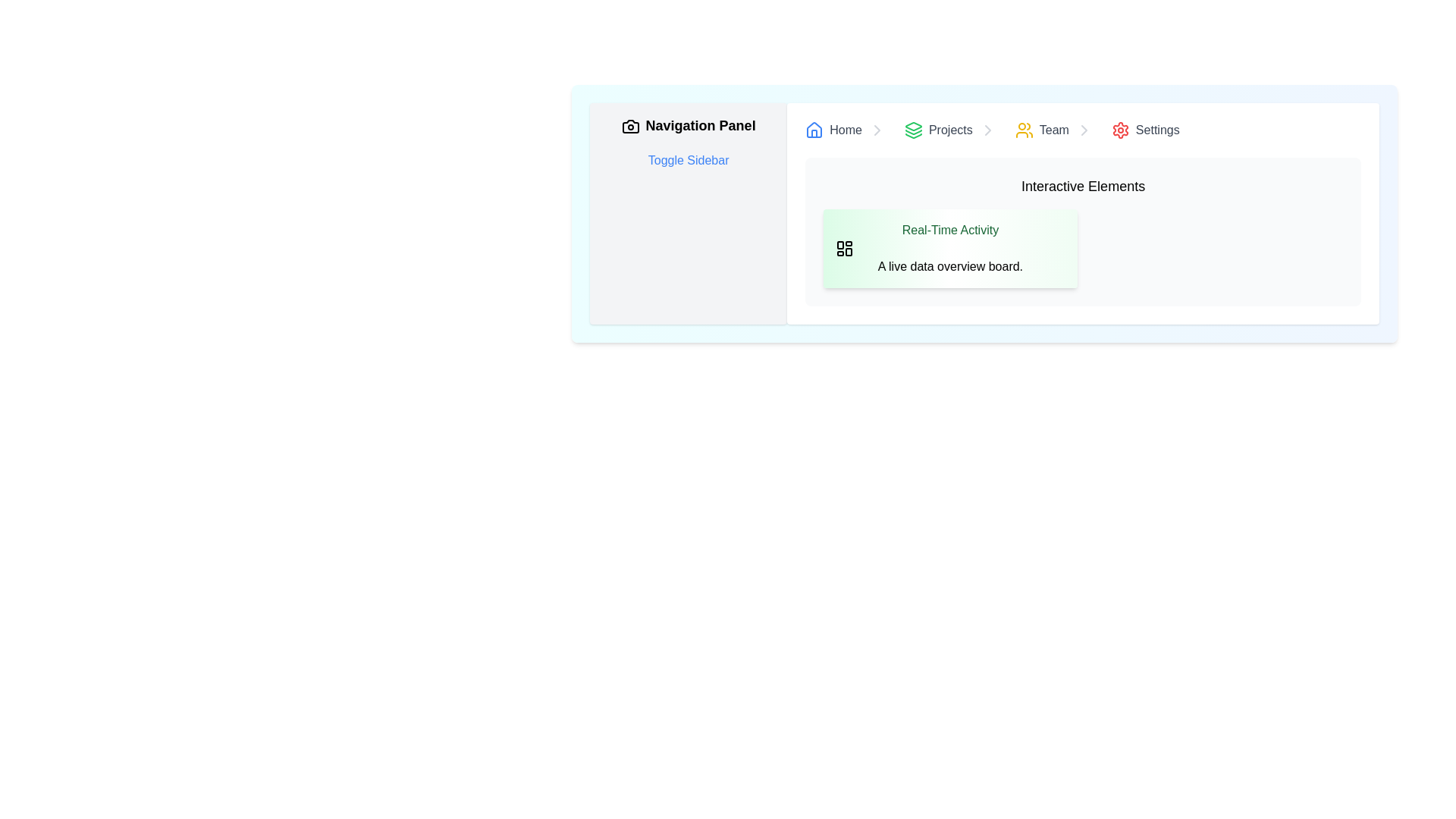 Image resolution: width=1456 pixels, height=819 pixels. What do you see at coordinates (688, 124) in the screenshot?
I see `the 'Navigation Panel' title, which is a bold, large-sized text with an inline camera icon, positioned at the upper section of the sidebar` at bounding box center [688, 124].